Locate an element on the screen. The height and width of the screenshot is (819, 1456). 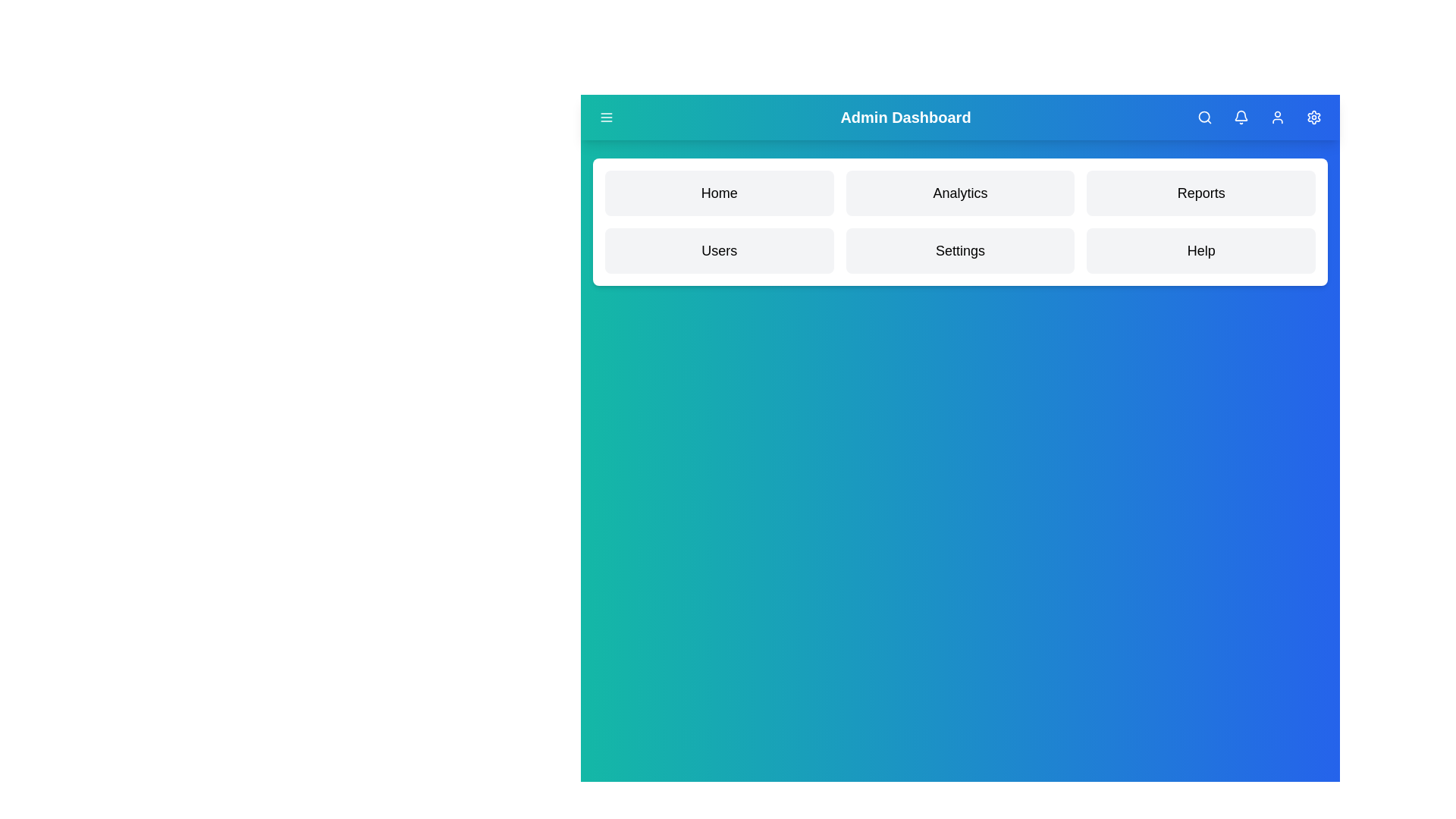
the search icon to activate the search functionality is located at coordinates (1203, 116).